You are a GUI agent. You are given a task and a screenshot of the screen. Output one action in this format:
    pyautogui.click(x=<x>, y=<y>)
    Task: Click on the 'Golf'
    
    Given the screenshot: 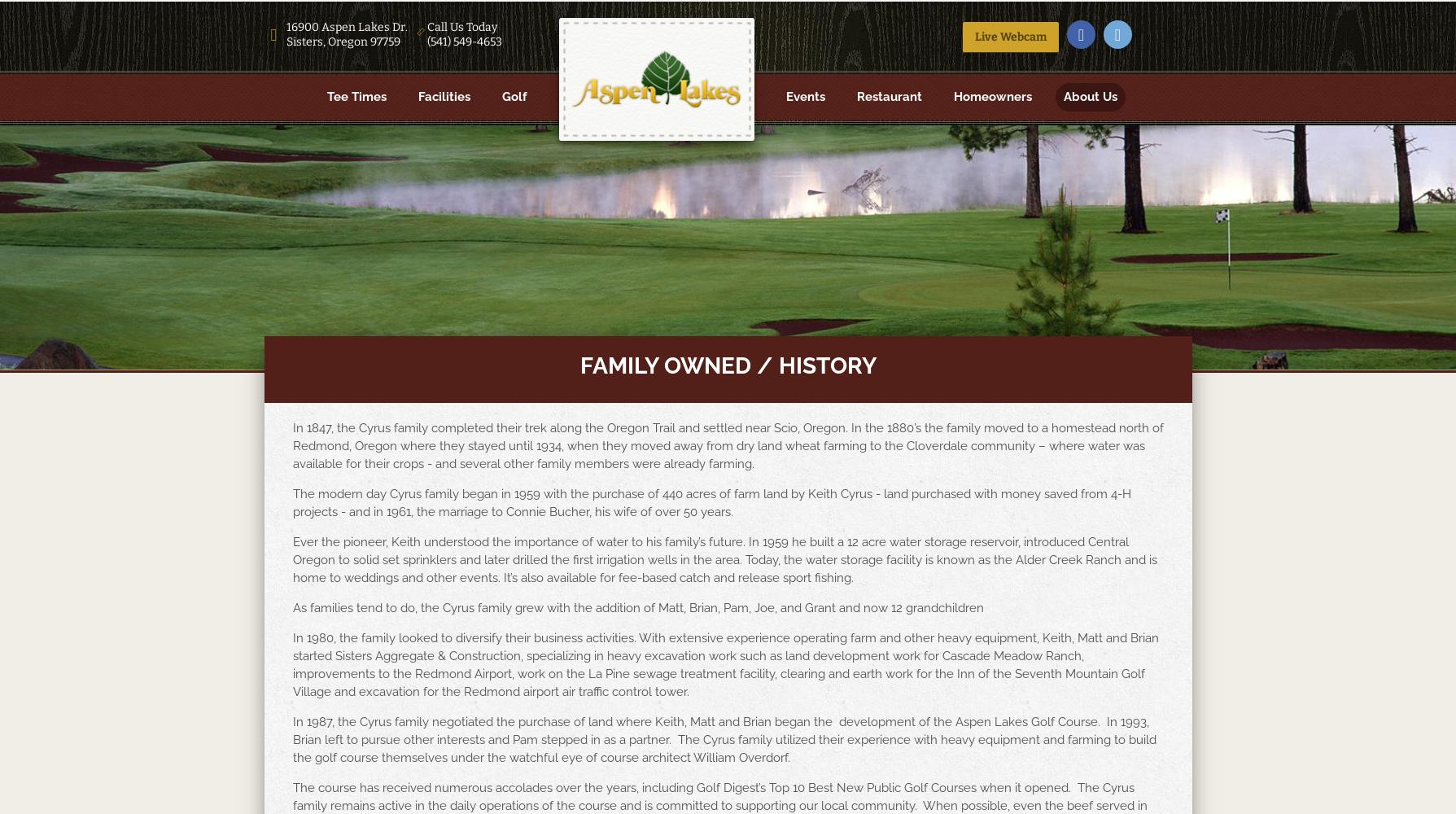 What is the action you would take?
    pyautogui.click(x=514, y=96)
    